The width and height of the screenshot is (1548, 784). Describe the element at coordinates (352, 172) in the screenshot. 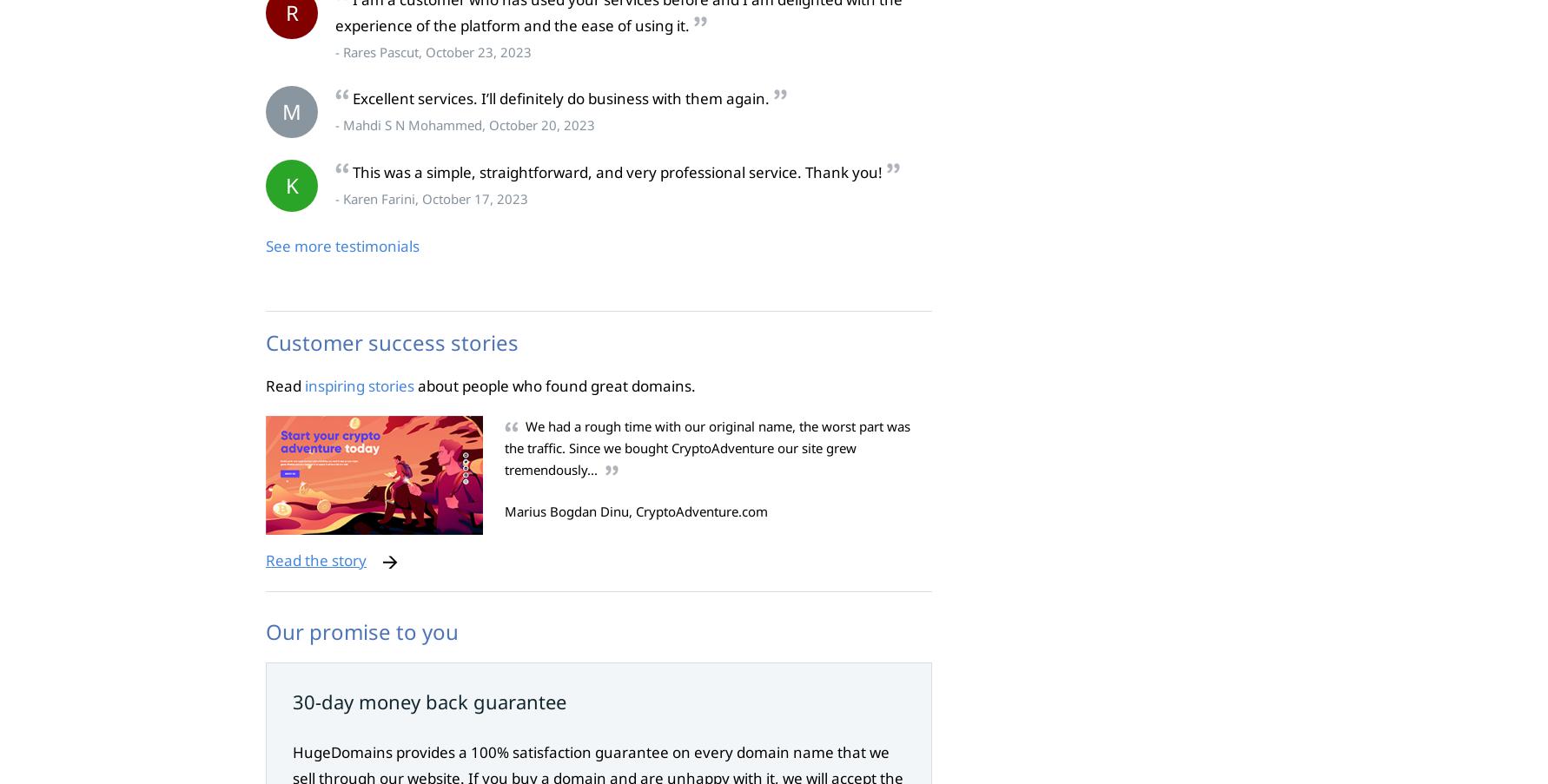

I see `'This was a simple, straightforward, and very professional service. Thank you!'` at that location.